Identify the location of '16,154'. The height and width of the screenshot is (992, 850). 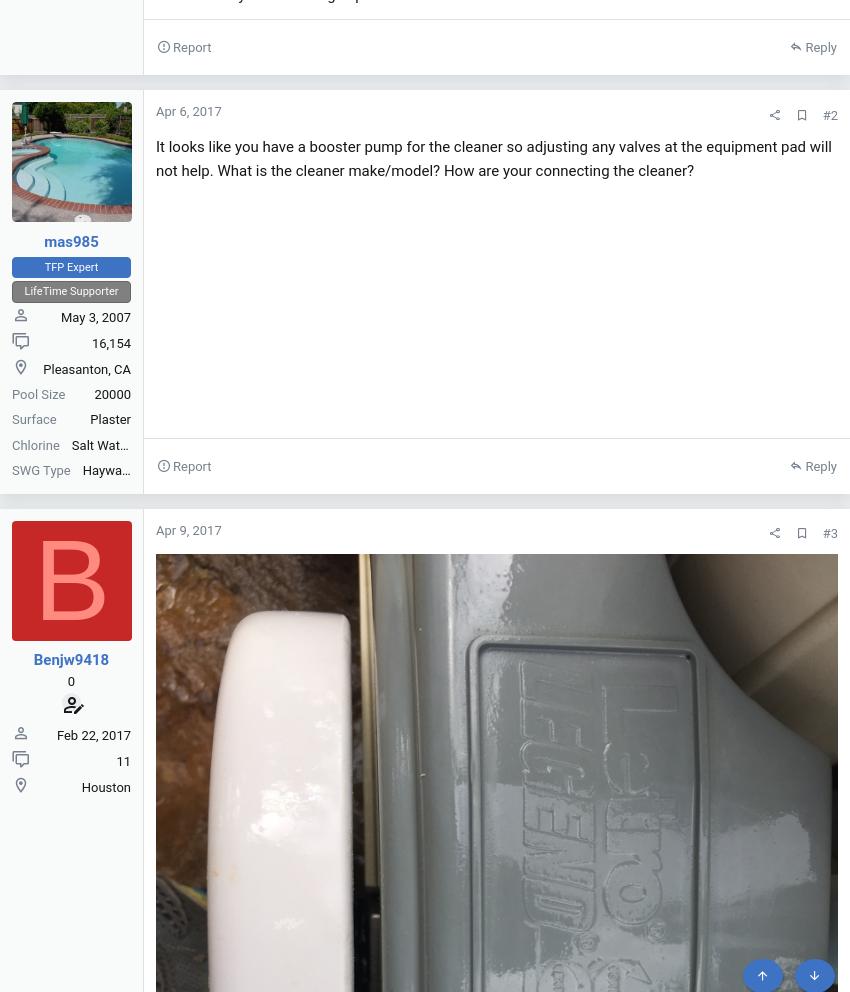
(110, 341).